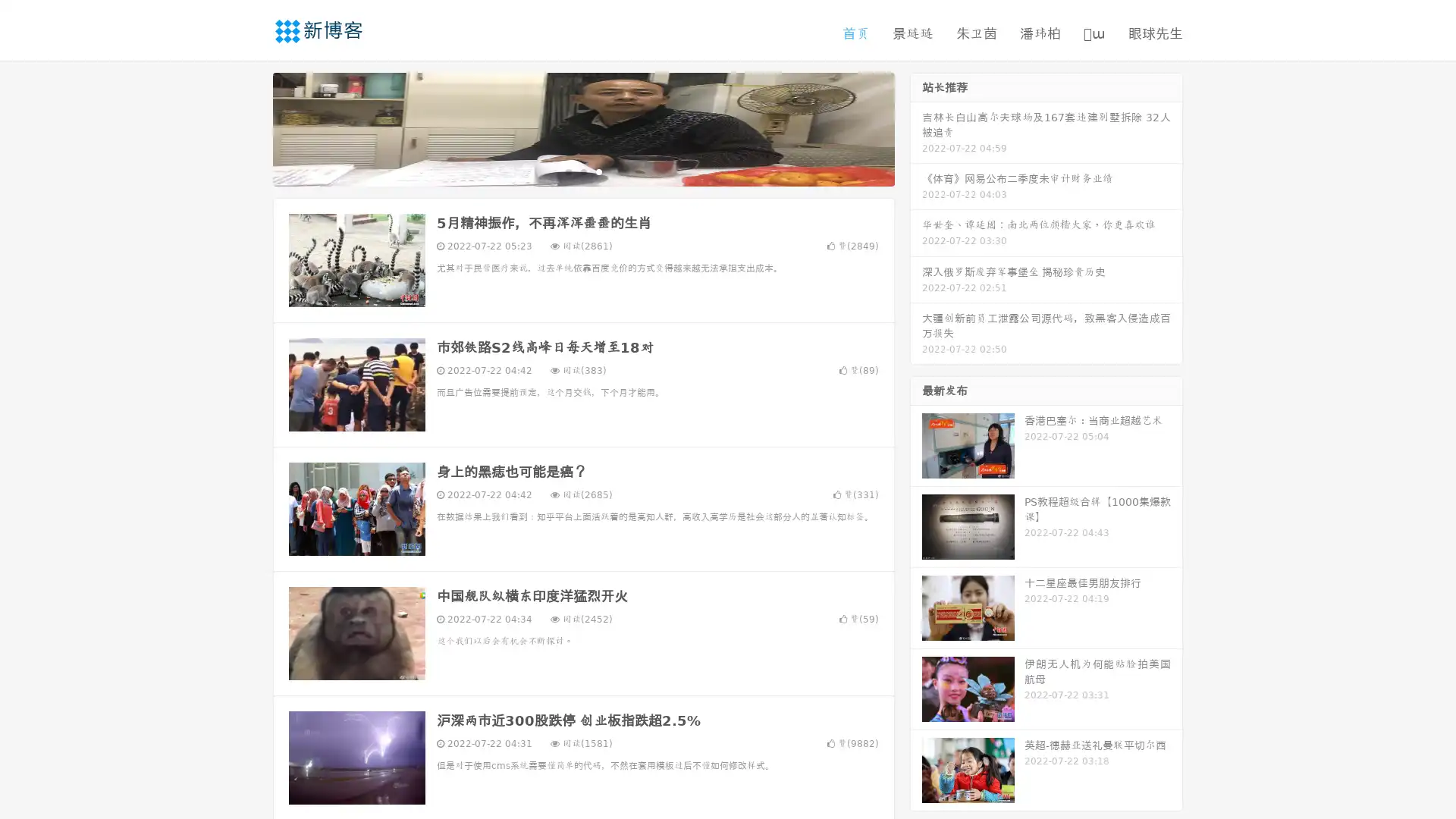 The width and height of the screenshot is (1456, 819). I want to click on Go to slide 2, so click(582, 171).